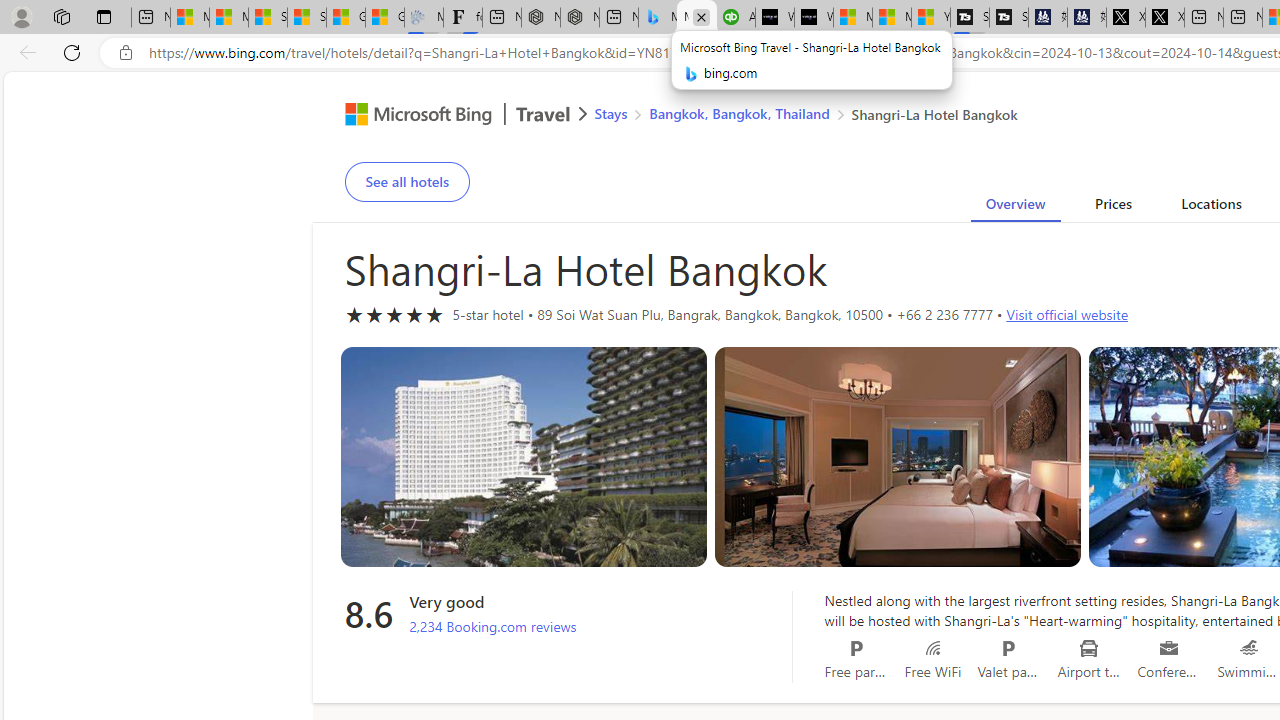 The width and height of the screenshot is (1280, 720). Describe the element at coordinates (735, 17) in the screenshot. I see `'Accounting Software for Accountants, CPAs and Bookkeepers'` at that location.